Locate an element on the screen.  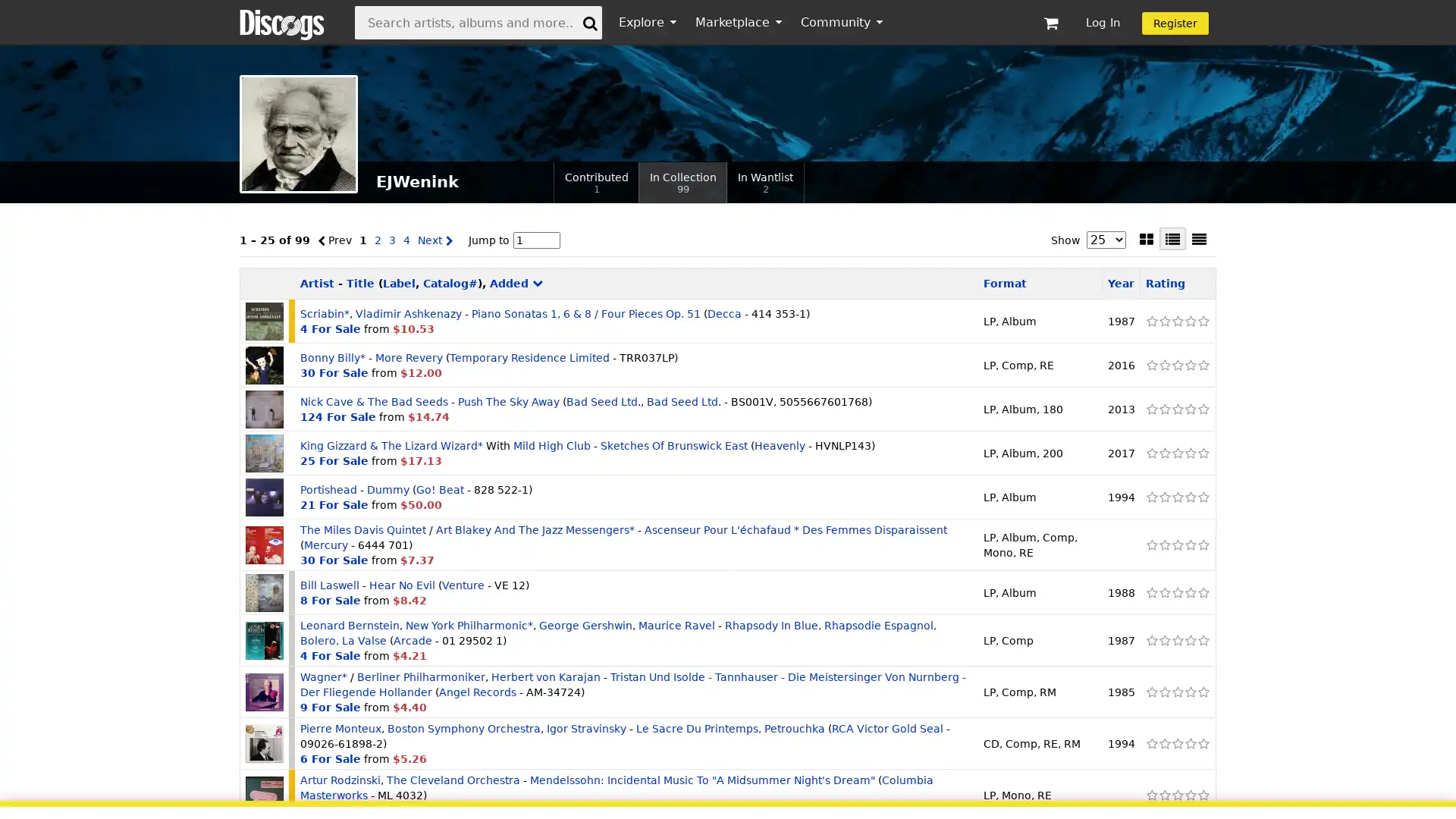
Rate this release 1 star. is located at coordinates (1151, 452).